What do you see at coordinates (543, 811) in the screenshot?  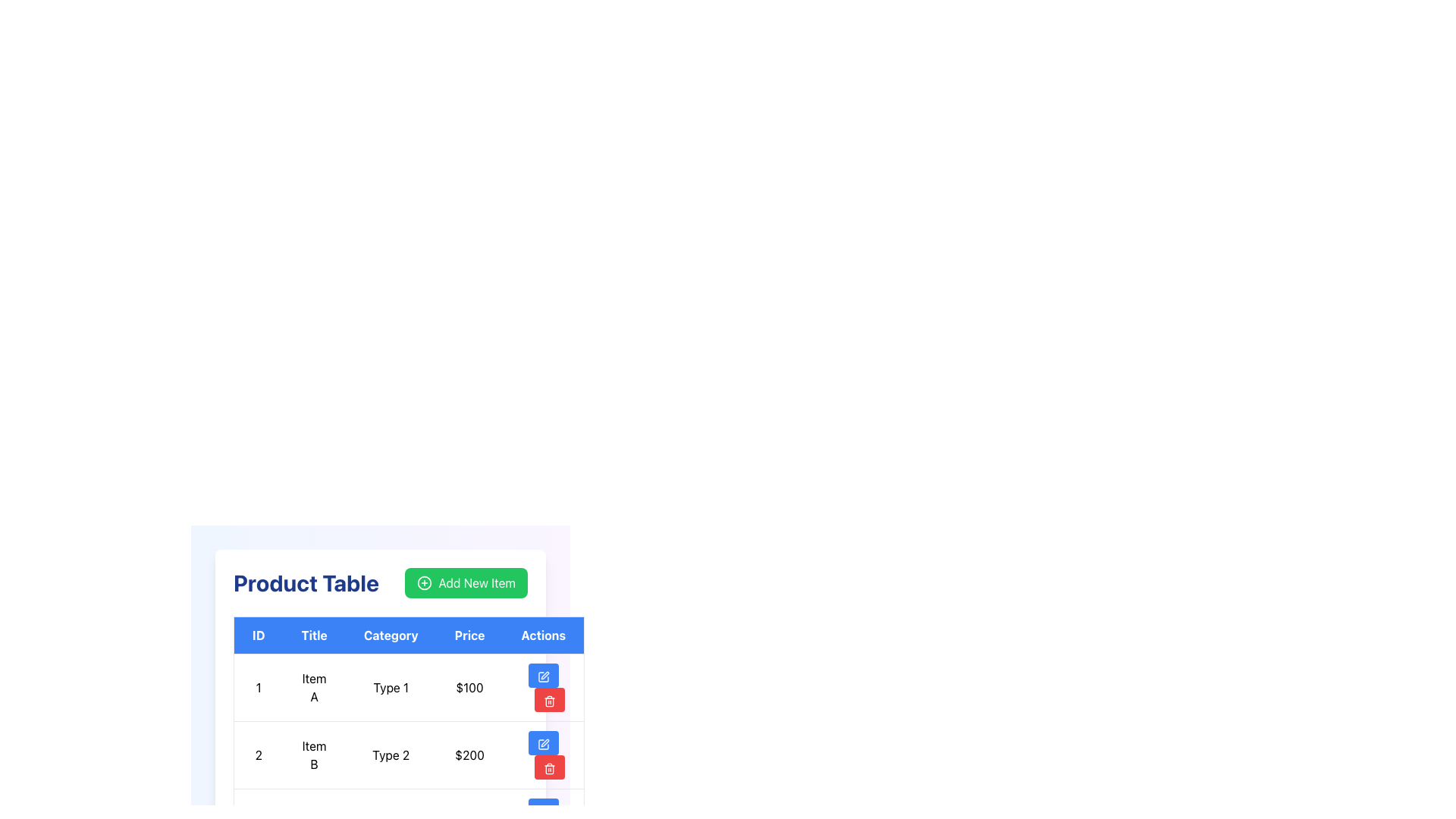 I see `the square icon button with a pen-shaped overlay located in the 'Actions' column of the table, associated with the second row's data` at bounding box center [543, 811].